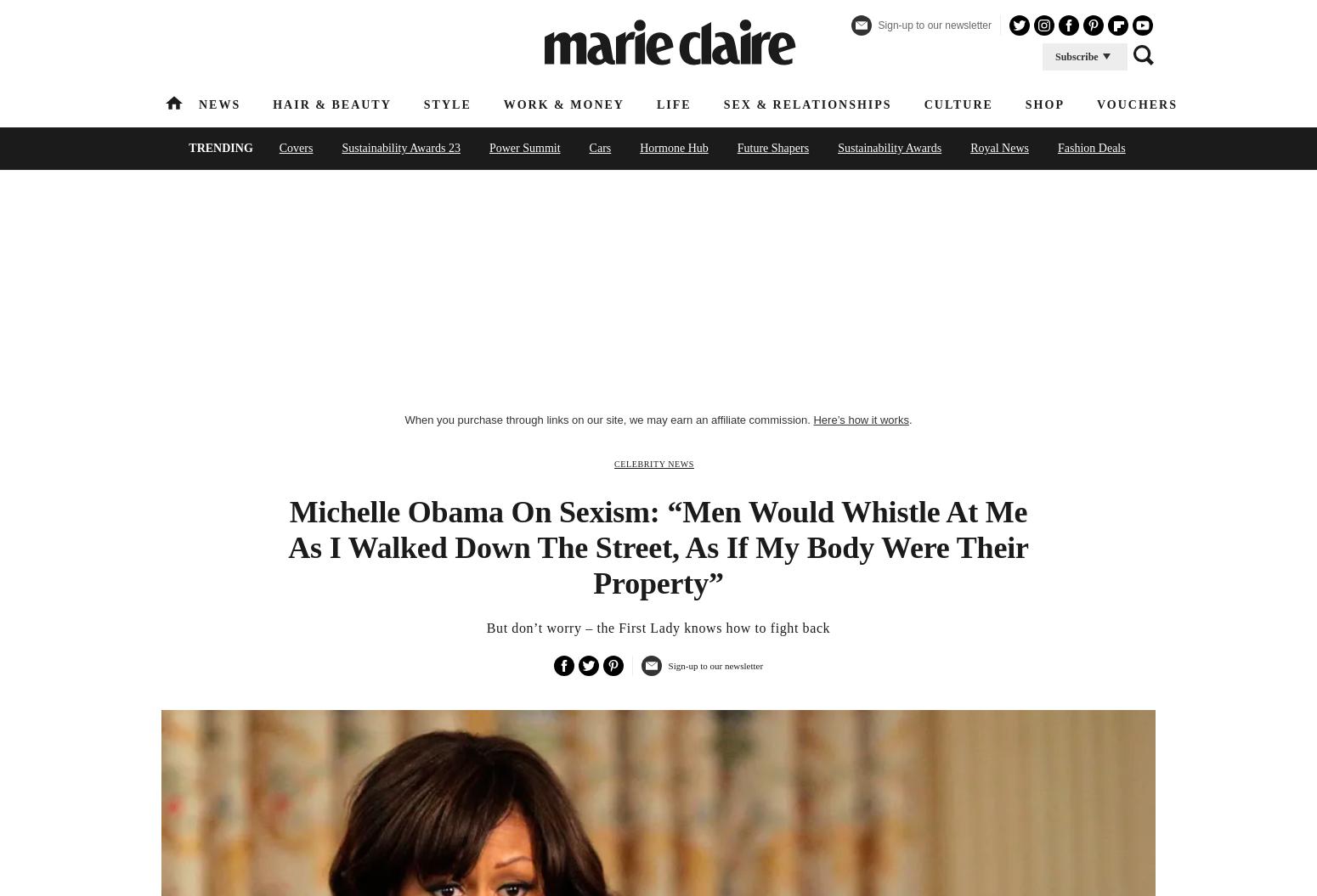 This screenshot has height=896, width=1317. I want to click on 'Cars', so click(600, 148).